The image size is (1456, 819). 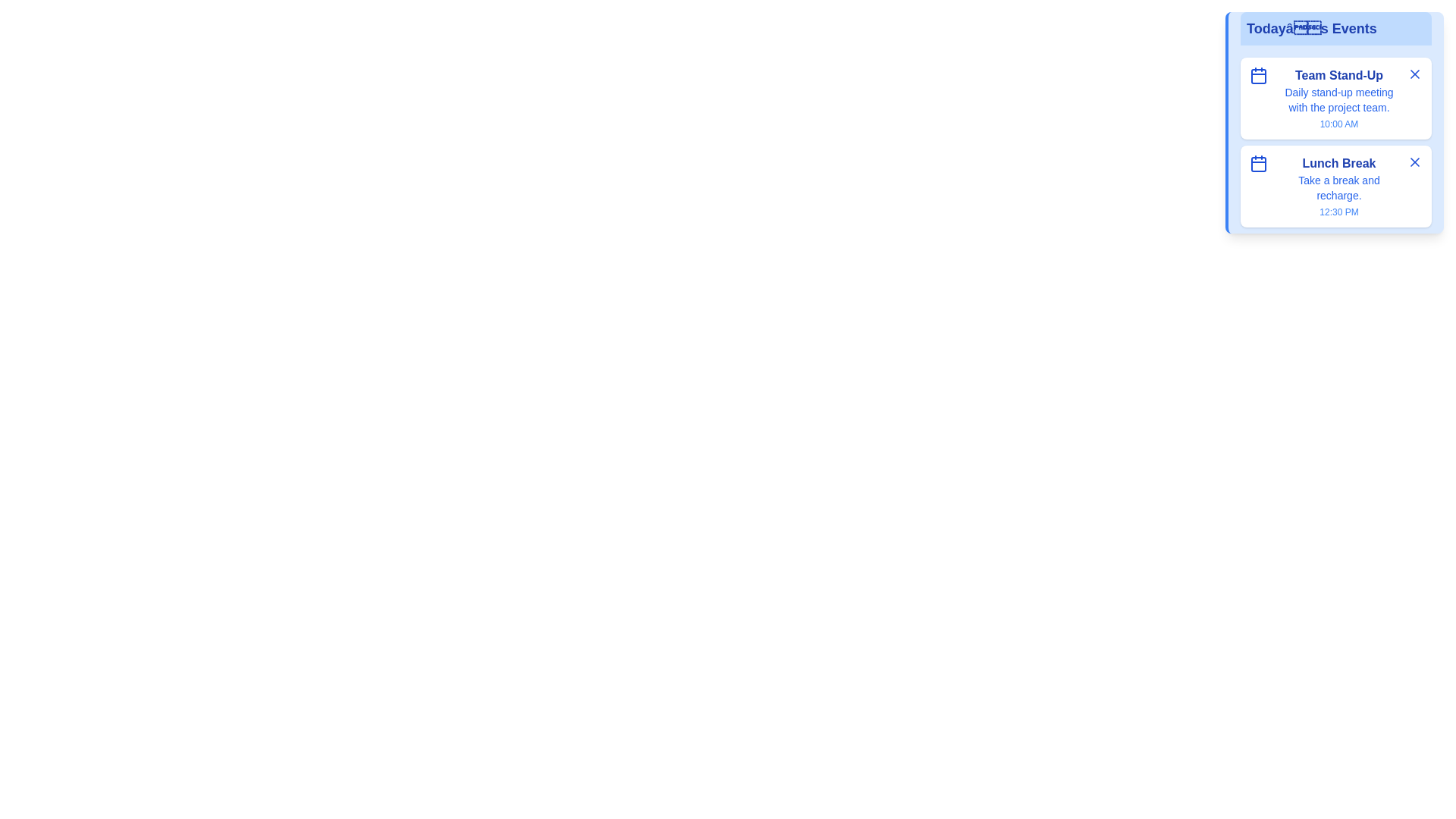 I want to click on the event titled 'Team Stand-Up' to view its details, so click(x=1339, y=76).